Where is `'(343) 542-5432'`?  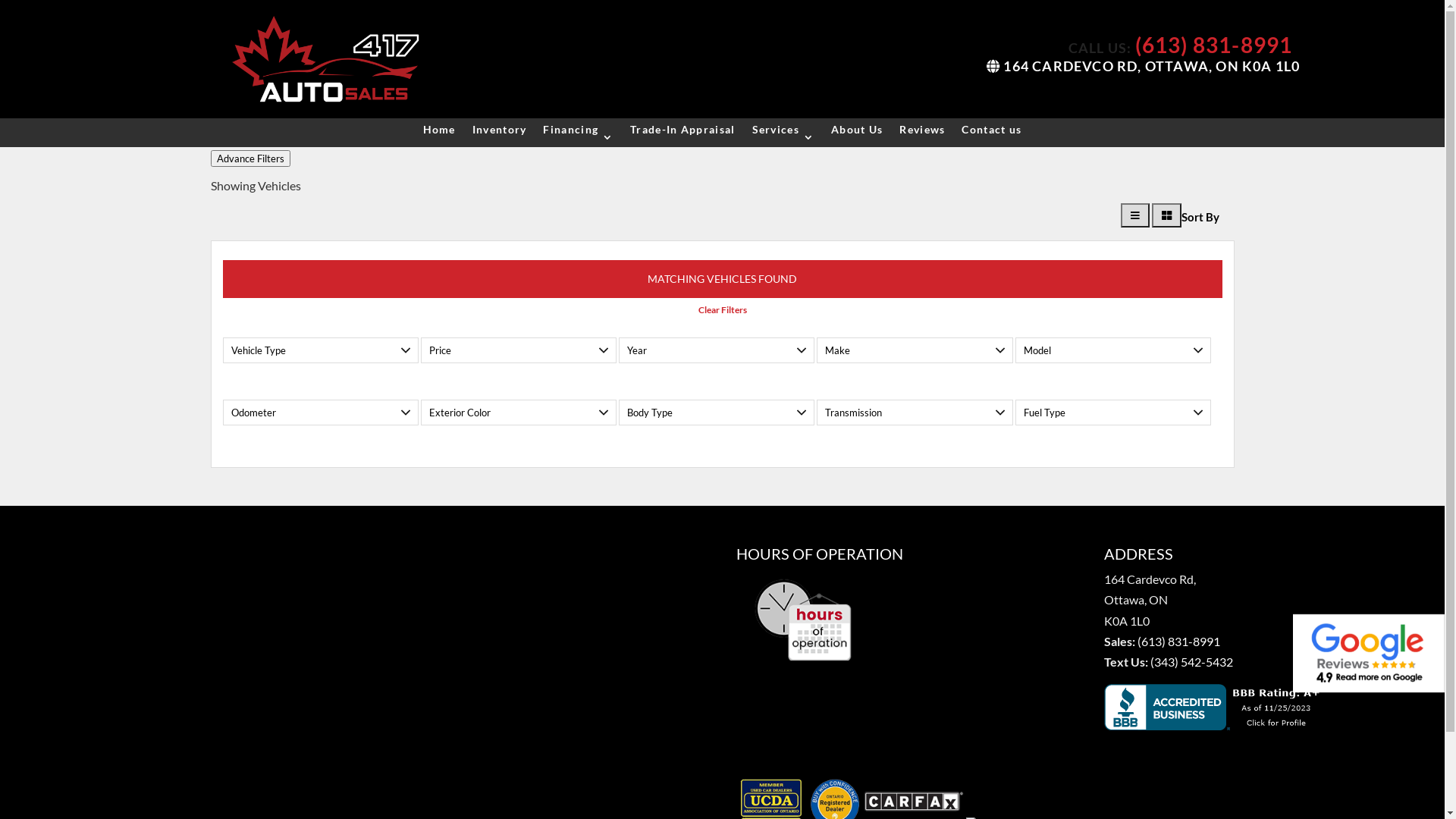
'(343) 542-5432' is located at coordinates (1150, 661).